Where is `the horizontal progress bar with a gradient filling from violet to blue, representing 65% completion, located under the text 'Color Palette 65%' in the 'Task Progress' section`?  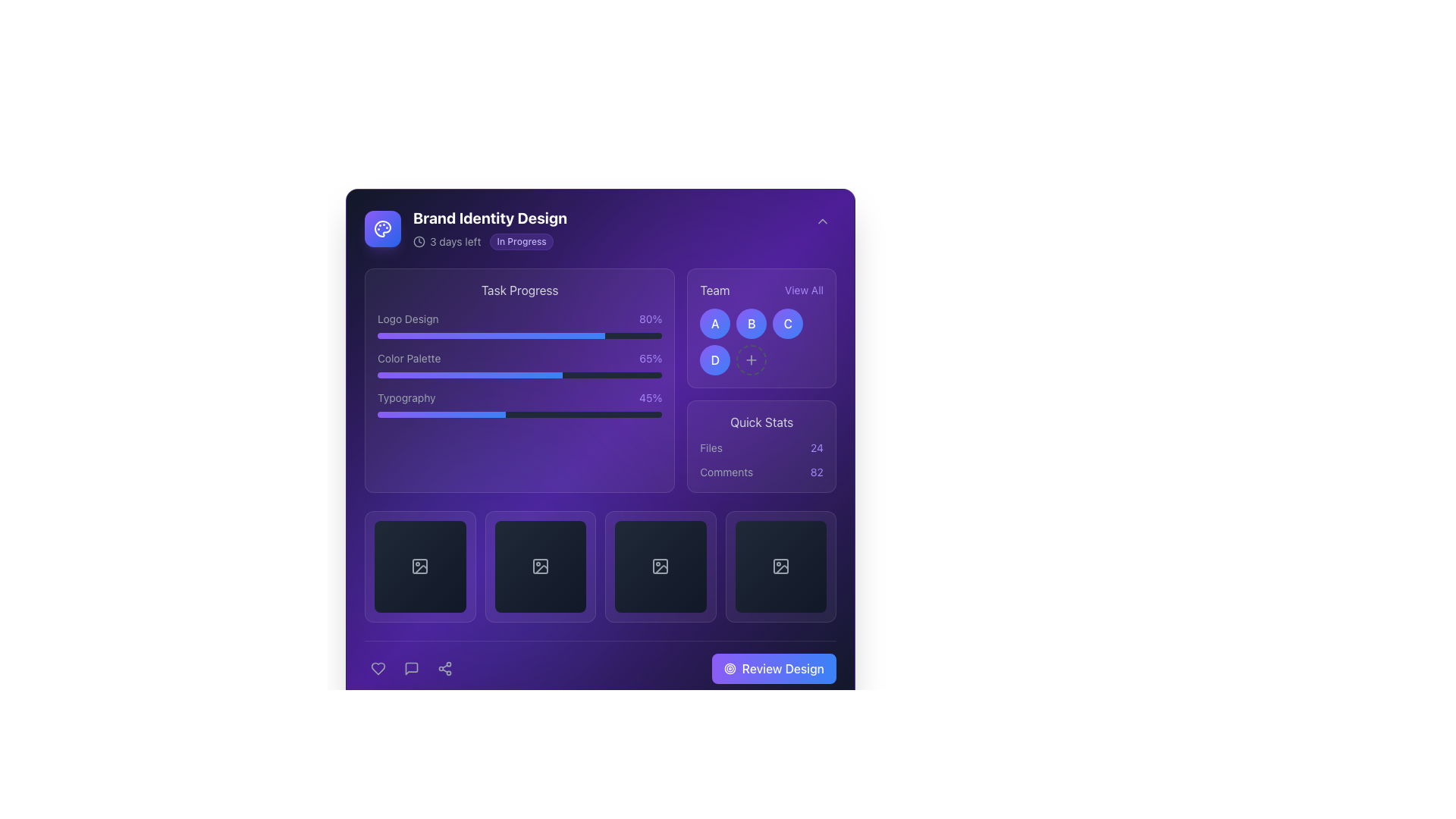 the horizontal progress bar with a gradient filling from violet to blue, representing 65% completion, located under the text 'Color Palette 65%' in the 'Task Progress' section is located at coordinates (519, 375).